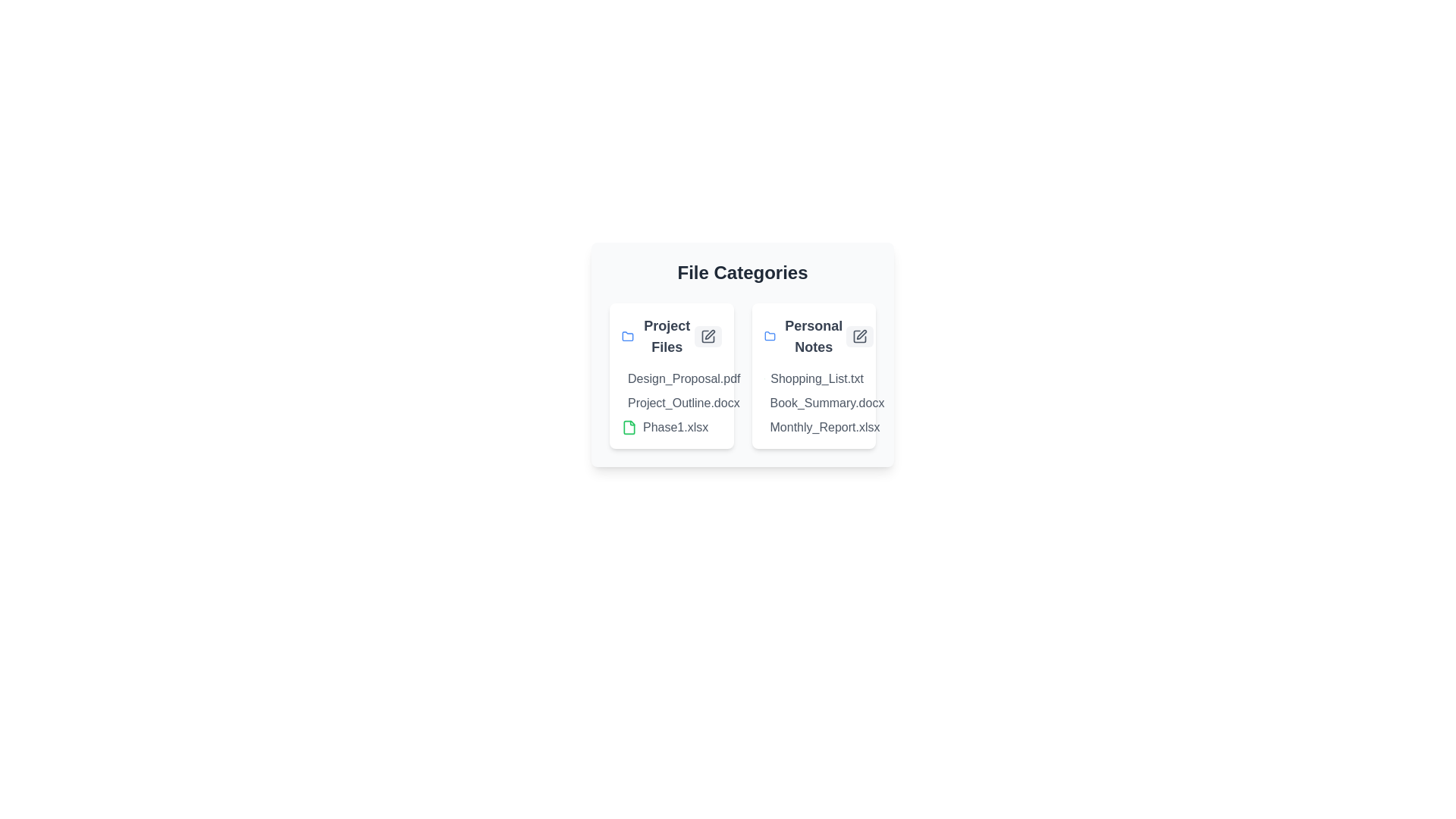 The width and height of the screenshot is (1456, 819). I want to click on the document named Project_Outline.docx, so click(644, 403).